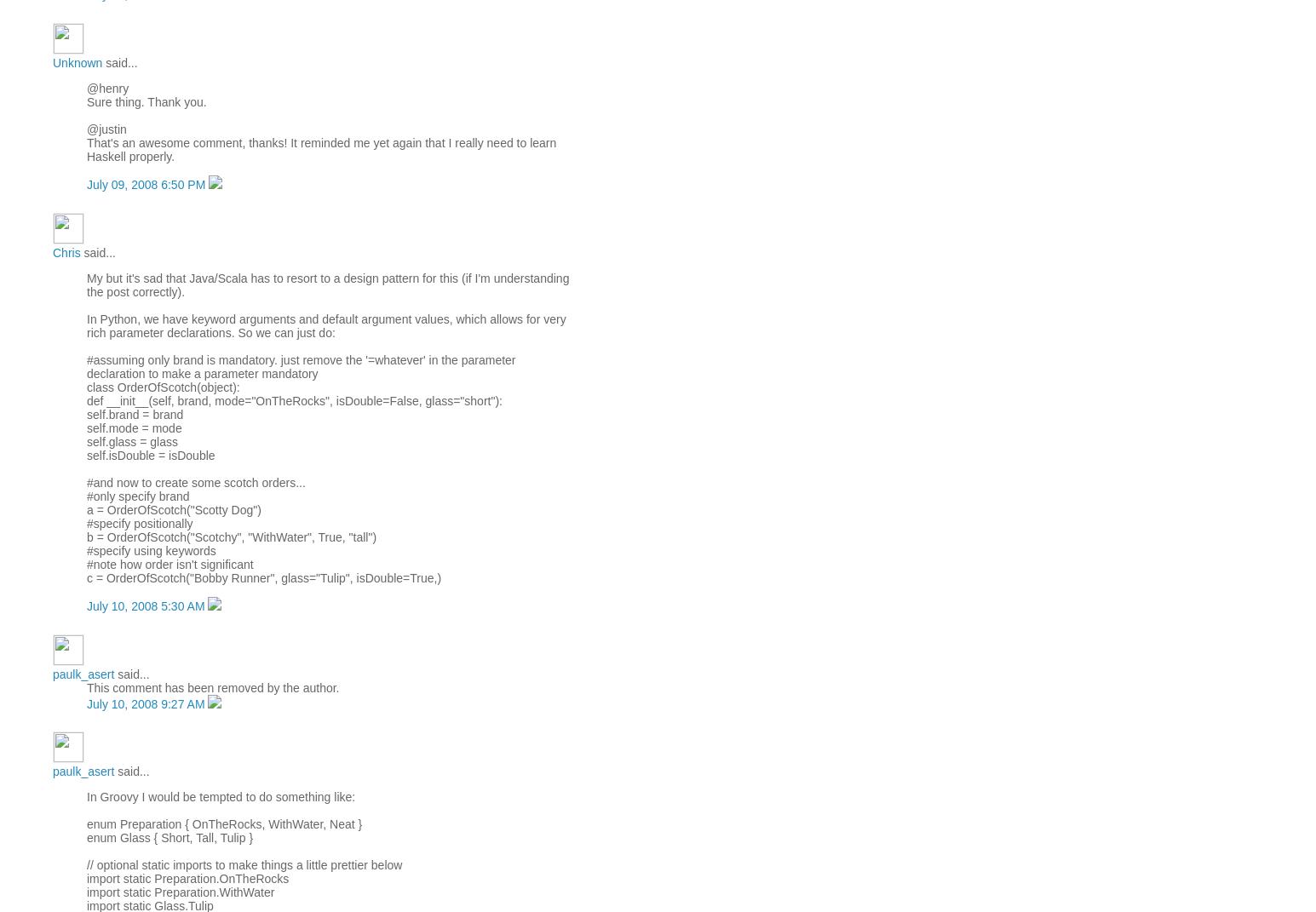  I want to click on 'def __init__(self, brand, mode="OnTheRocks", isDouble=False, glass="short"):', so click(293, 399).